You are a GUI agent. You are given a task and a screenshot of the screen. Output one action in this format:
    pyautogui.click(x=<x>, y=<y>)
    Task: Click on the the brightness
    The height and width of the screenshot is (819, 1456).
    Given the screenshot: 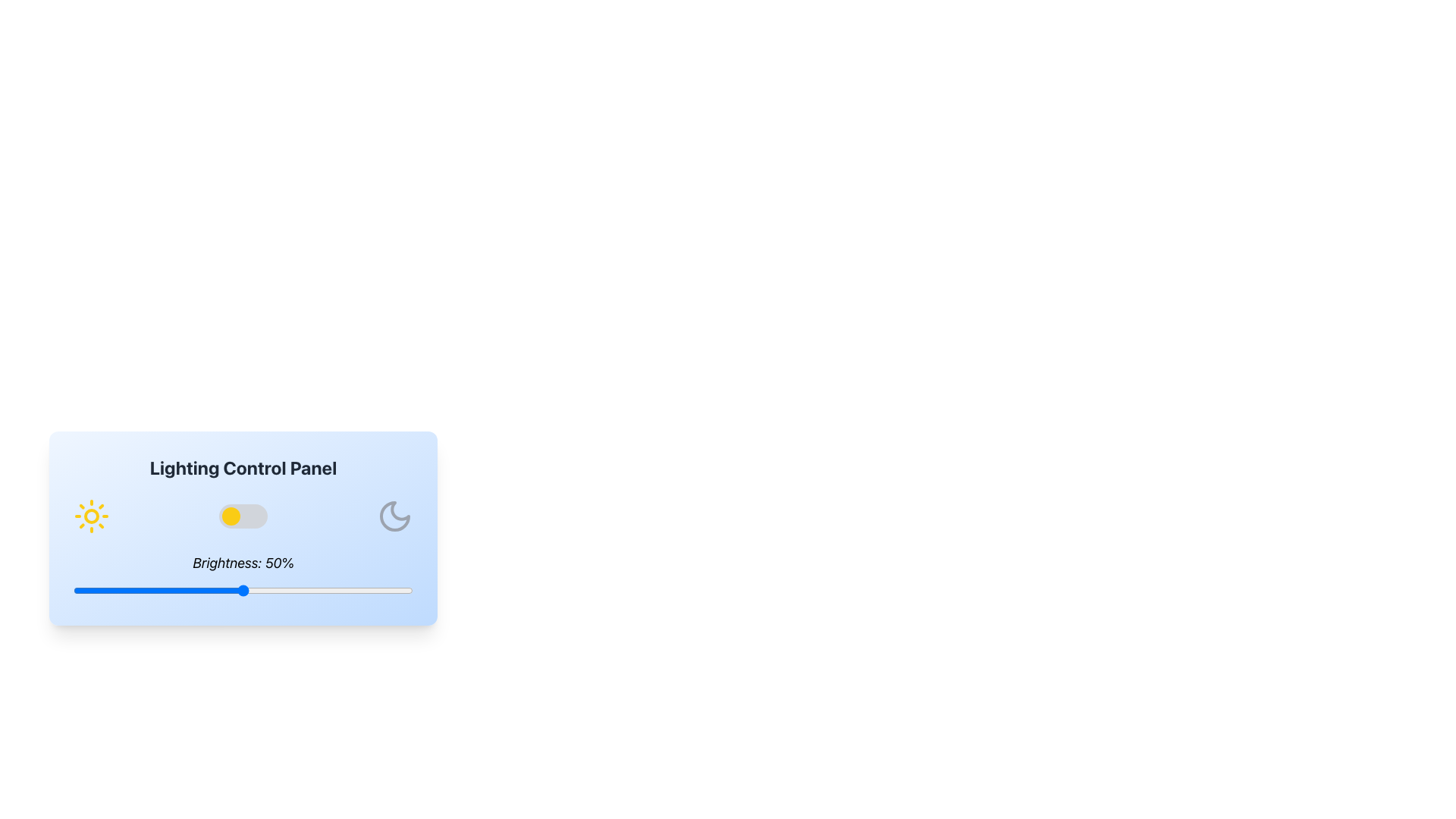 What is the action you would take?
    pyautogui.click(x=344, y=590)
    